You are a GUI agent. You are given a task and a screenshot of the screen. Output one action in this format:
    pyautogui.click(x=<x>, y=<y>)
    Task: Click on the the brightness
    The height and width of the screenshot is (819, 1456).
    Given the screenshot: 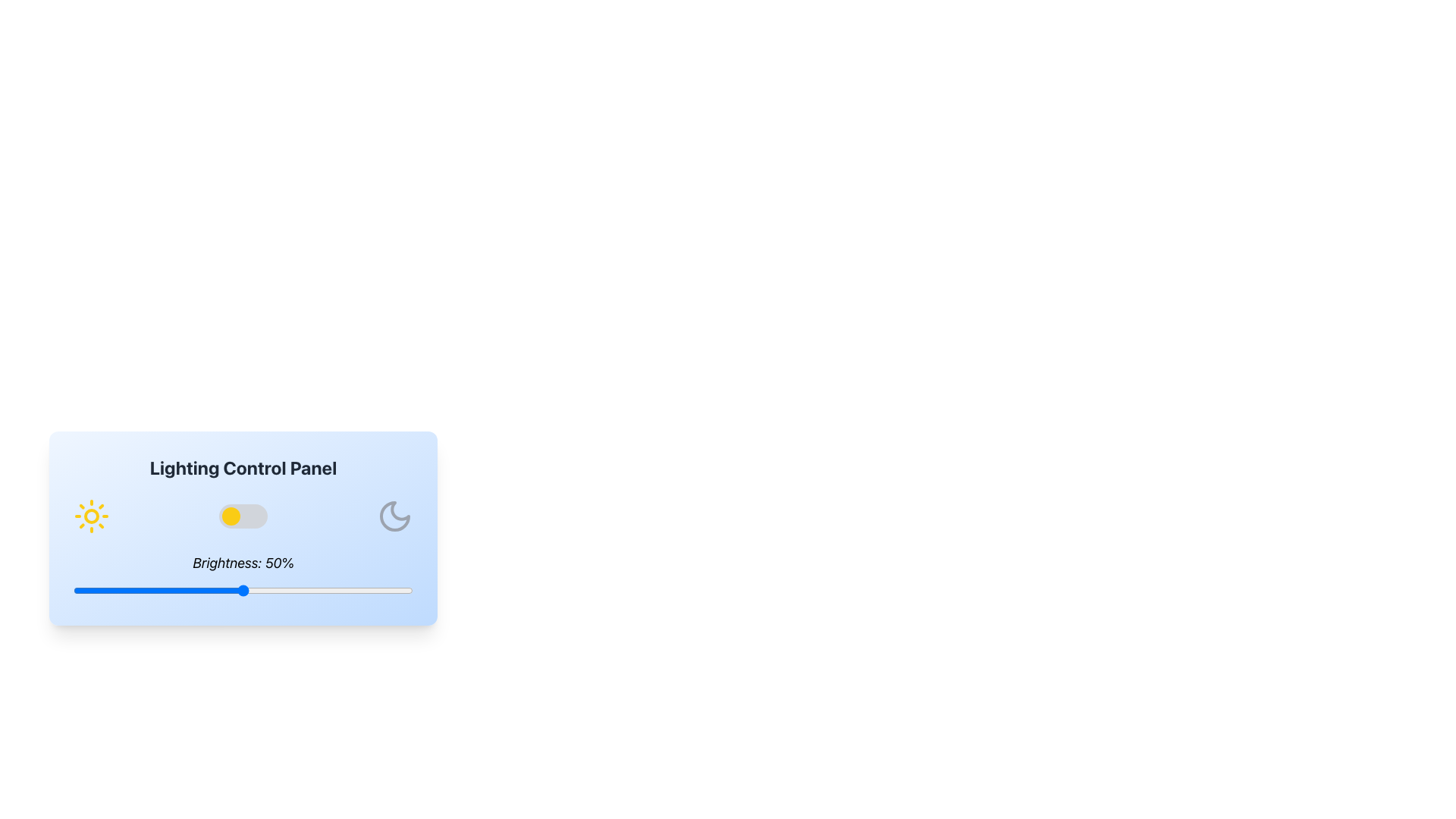 What is the action you would take?
    pyautogui.click(x=344, y=590)
    